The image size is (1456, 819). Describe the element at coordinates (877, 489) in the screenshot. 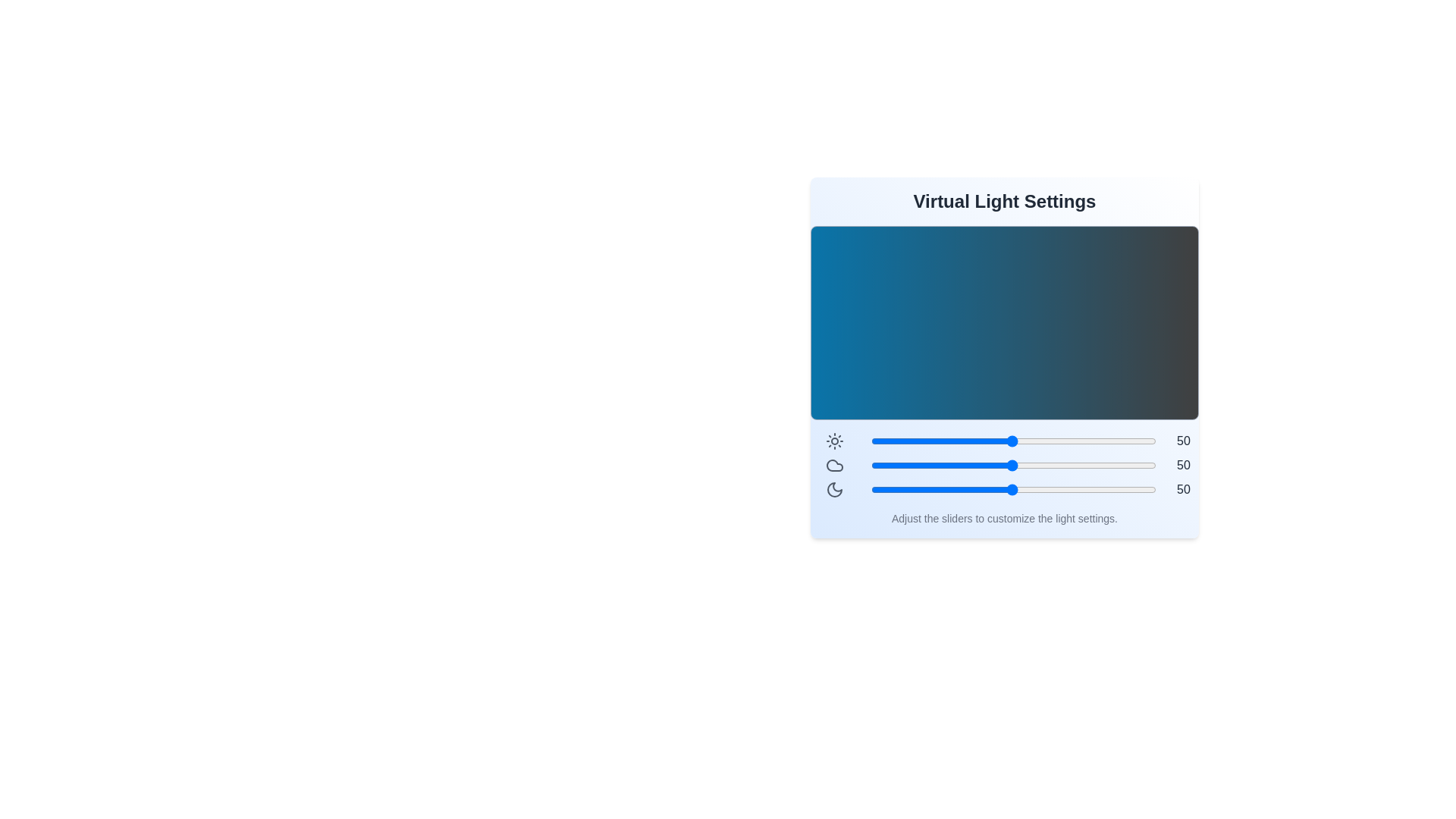

I see `the saturation slider to 3` at that location.